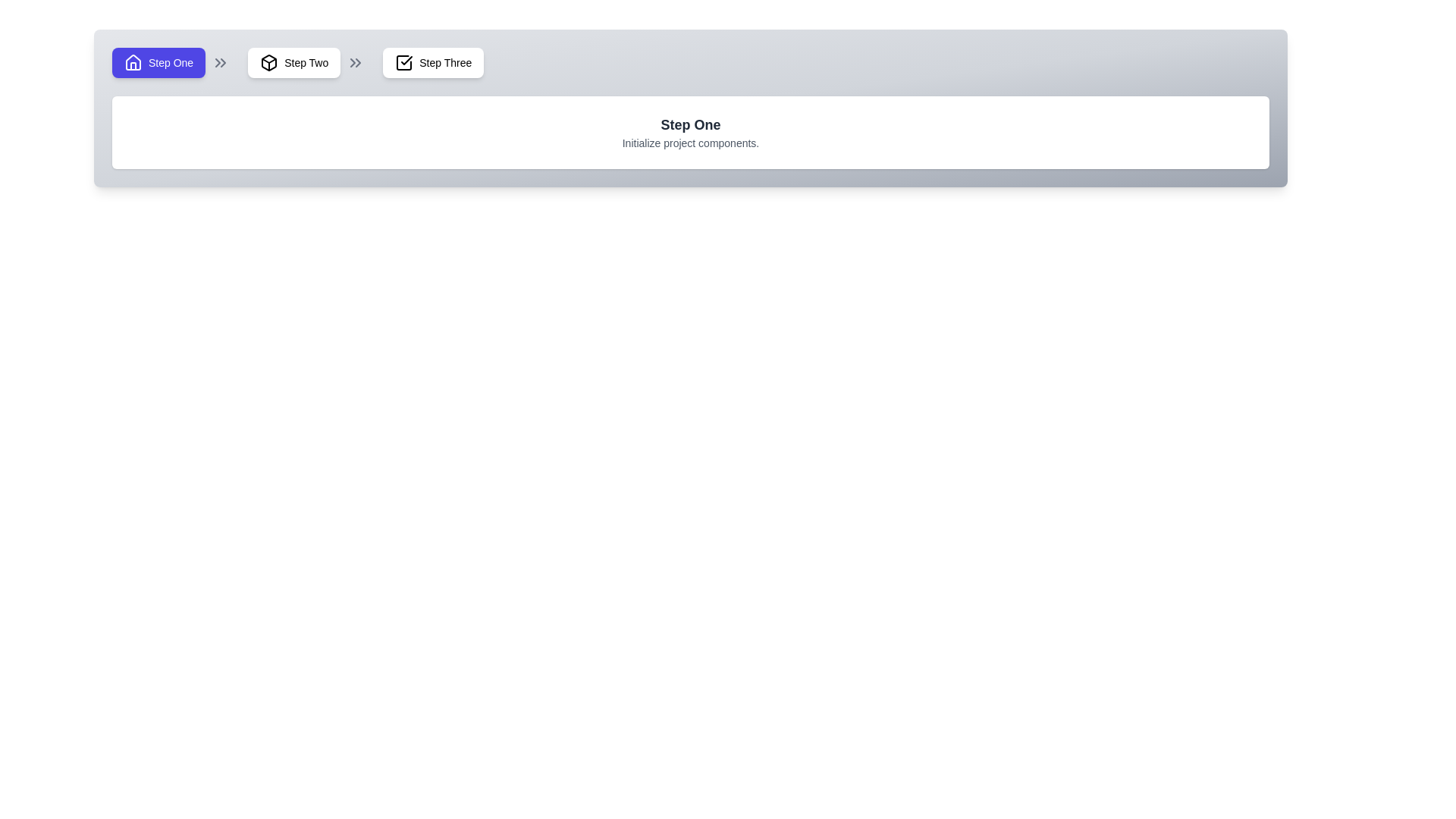 The width and height of the screenshot is (1456, 819). What do you see at coordinates (220, 62) in the screenshot?
I see `the navigation icon located in the navigation bar, positioned immediately to the right of the 'Step One' button` at bounding box center [220, 62].